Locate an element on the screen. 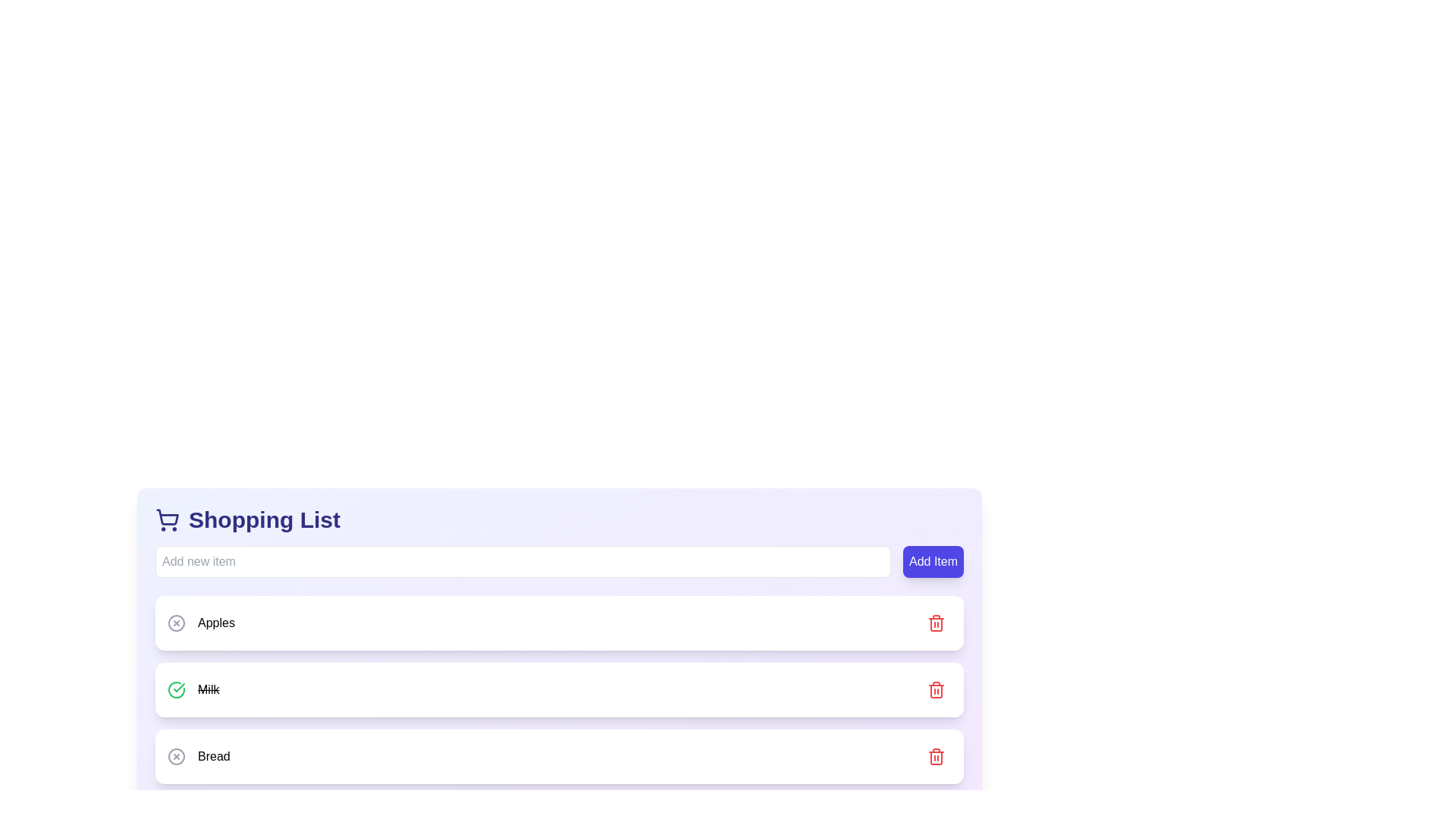 The height and width of the screenshot is (819, 1456). the delete icon adjacent to the text label 'Apples' in the first list item of the shopping list is located at coordinates (177, 623).